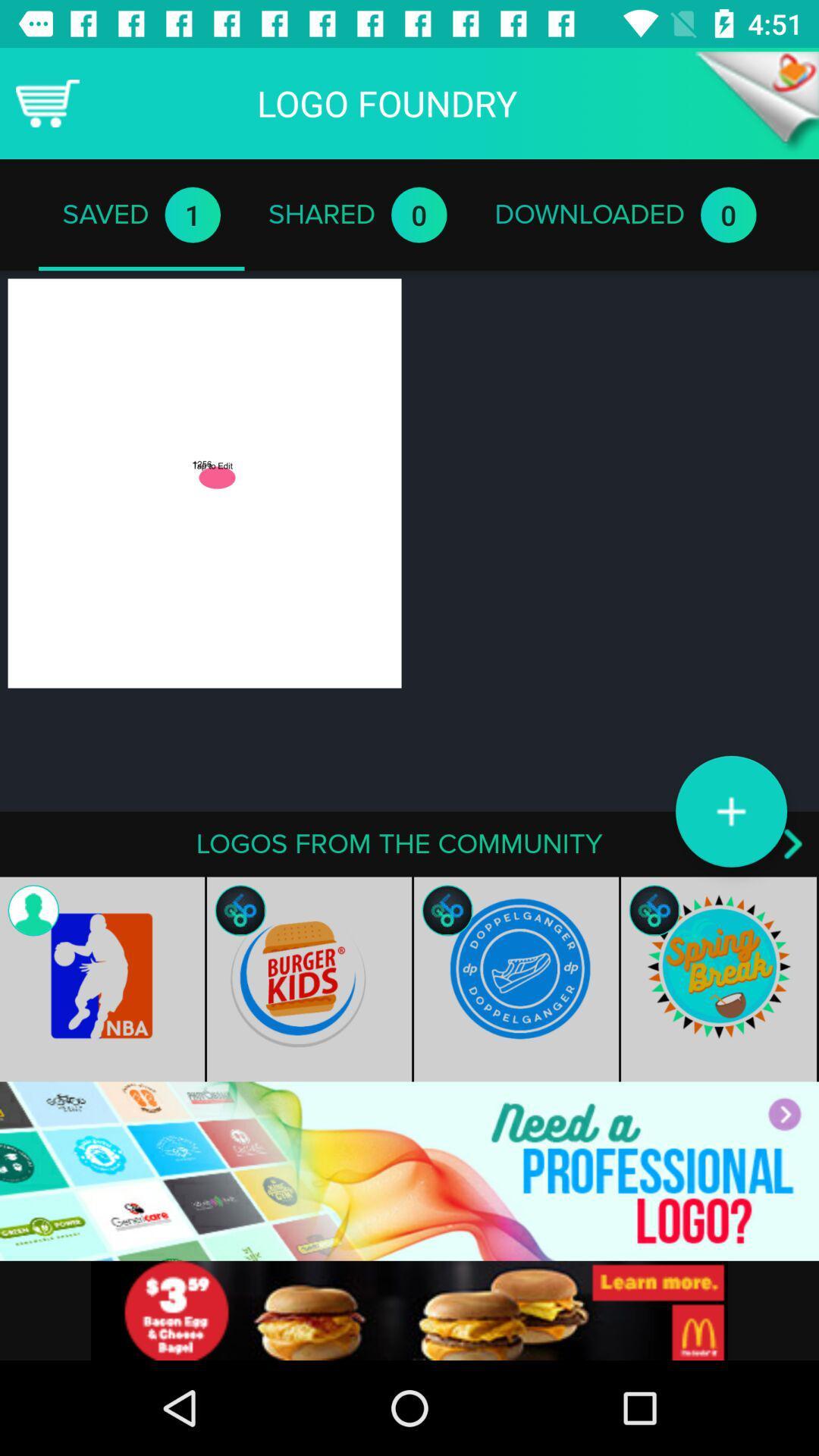 This screenshot has height=1456, width=819. What do you see at coordinates (46, 102) in the screenshot?
I see `shopping cart` at bounding box center [46, 102].